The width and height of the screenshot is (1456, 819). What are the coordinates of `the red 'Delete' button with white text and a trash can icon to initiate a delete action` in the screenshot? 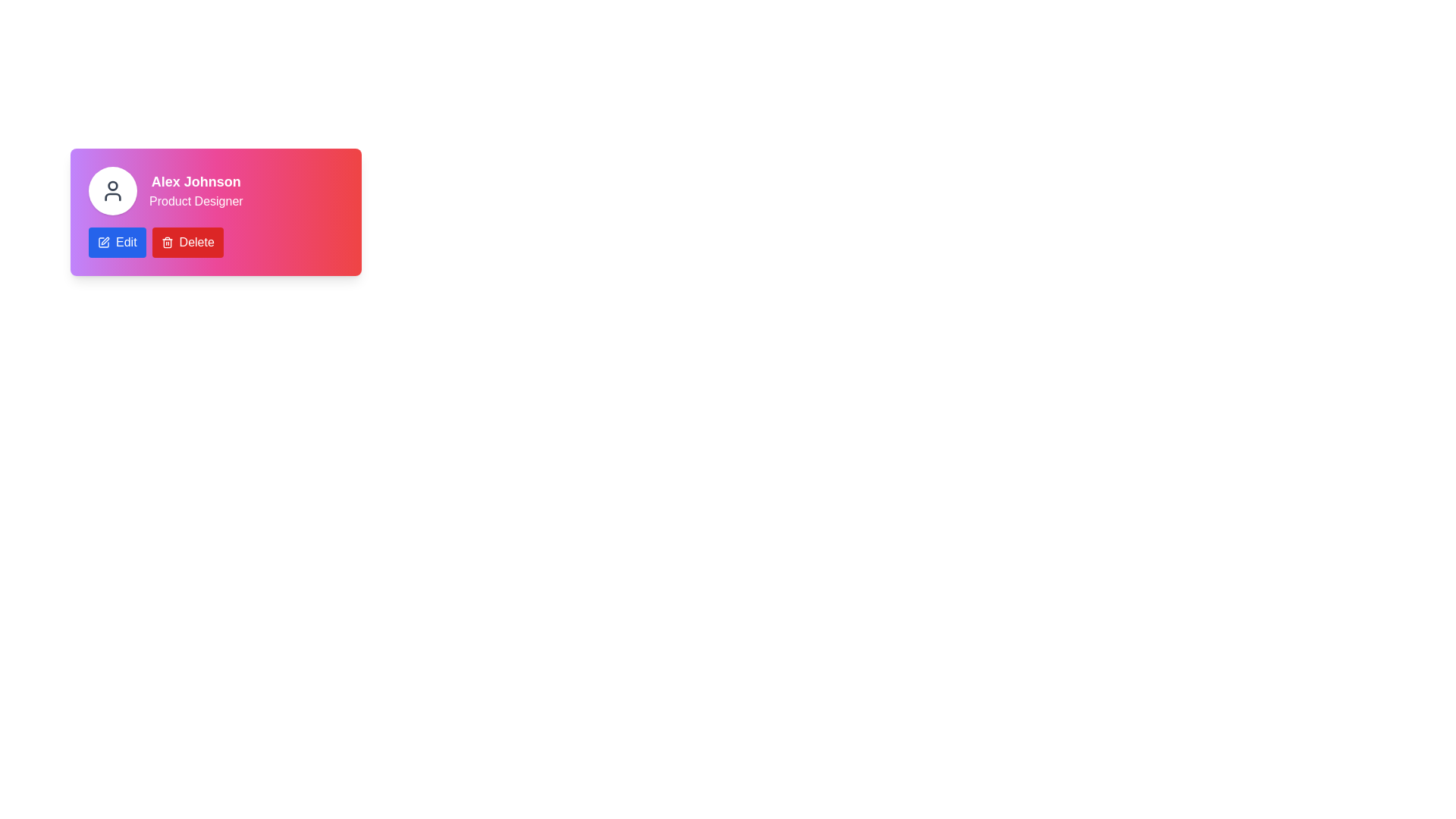 It's located at (187, 242).